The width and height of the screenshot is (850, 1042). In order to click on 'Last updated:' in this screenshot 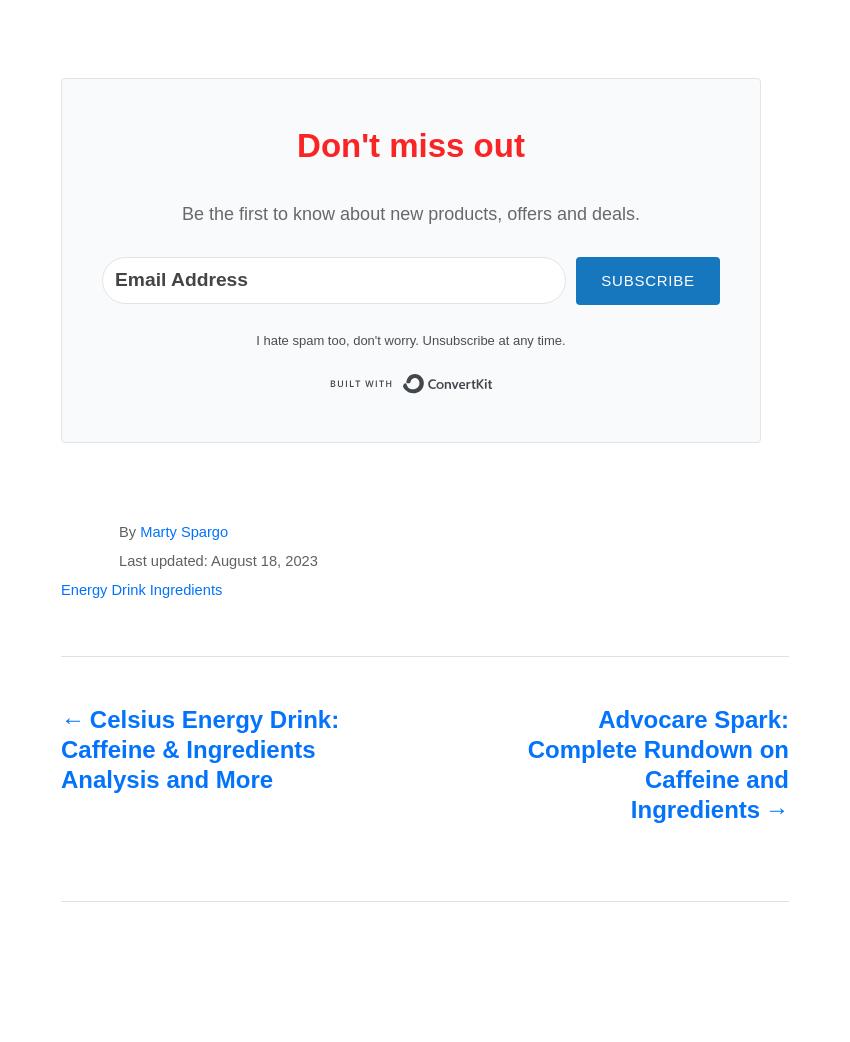, I will do `click(164, 560)`.